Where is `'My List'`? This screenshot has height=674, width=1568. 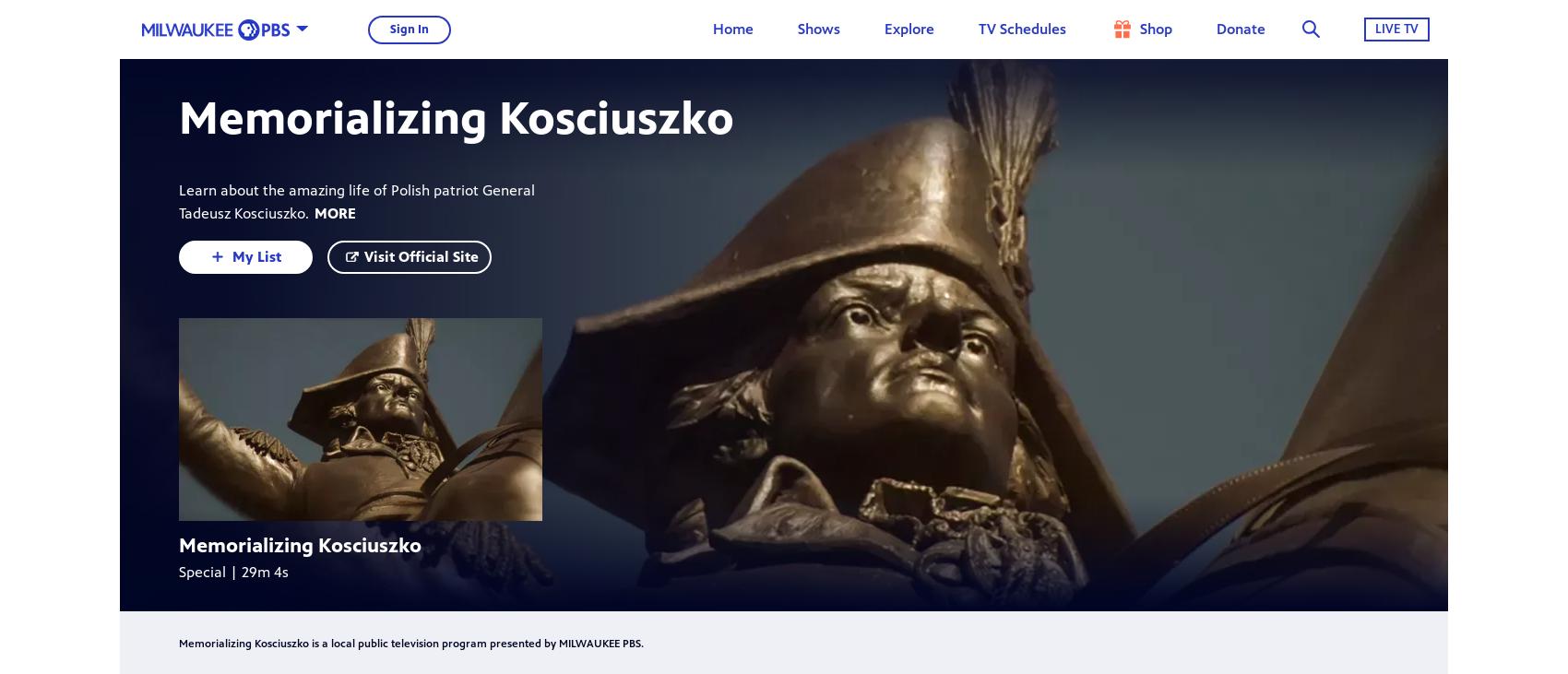 'My List' is located at coordinates (256, 254).